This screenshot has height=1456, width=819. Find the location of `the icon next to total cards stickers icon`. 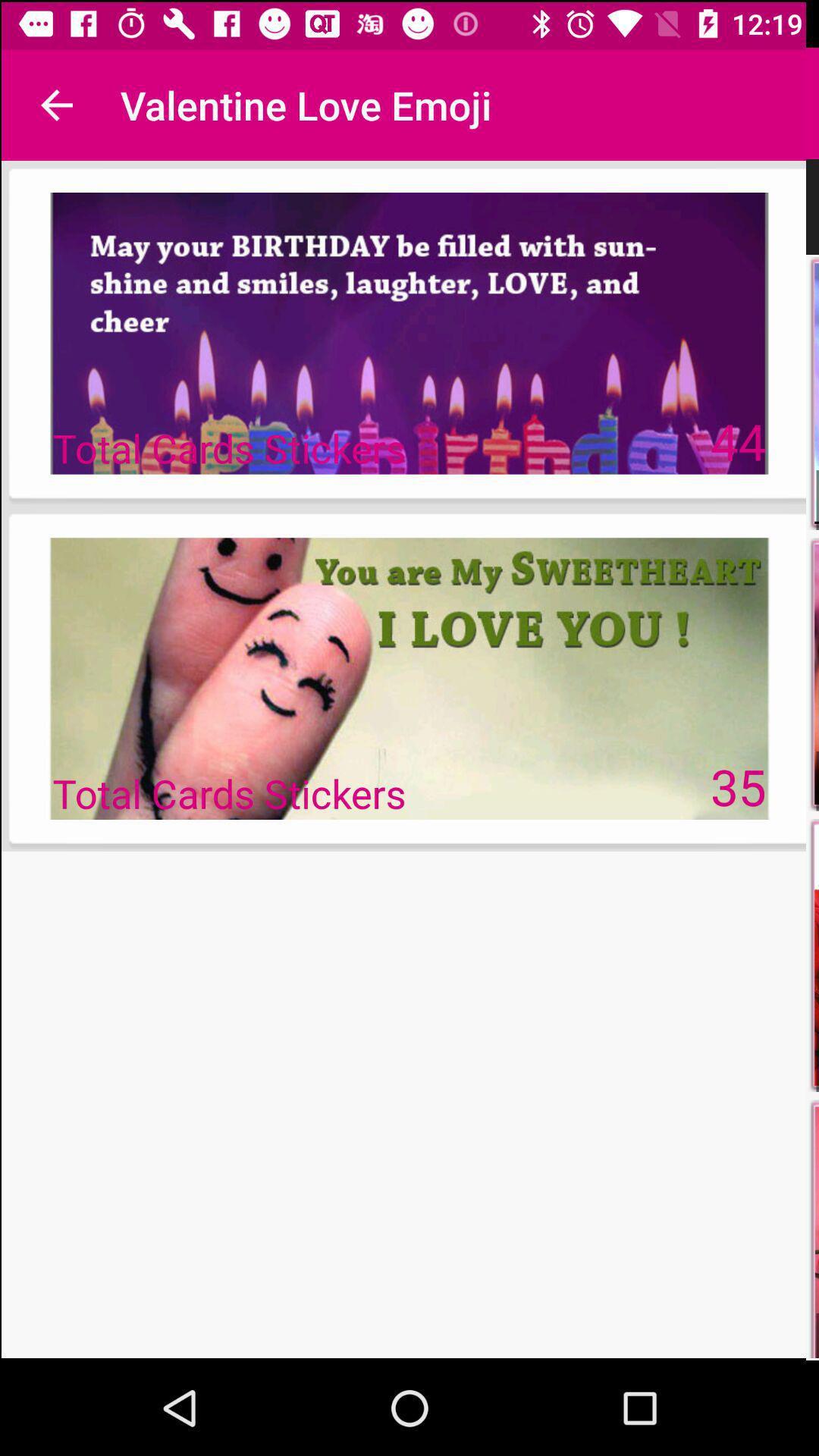

the icon next to total cards stickers icon is located at coordinates (739, 439).